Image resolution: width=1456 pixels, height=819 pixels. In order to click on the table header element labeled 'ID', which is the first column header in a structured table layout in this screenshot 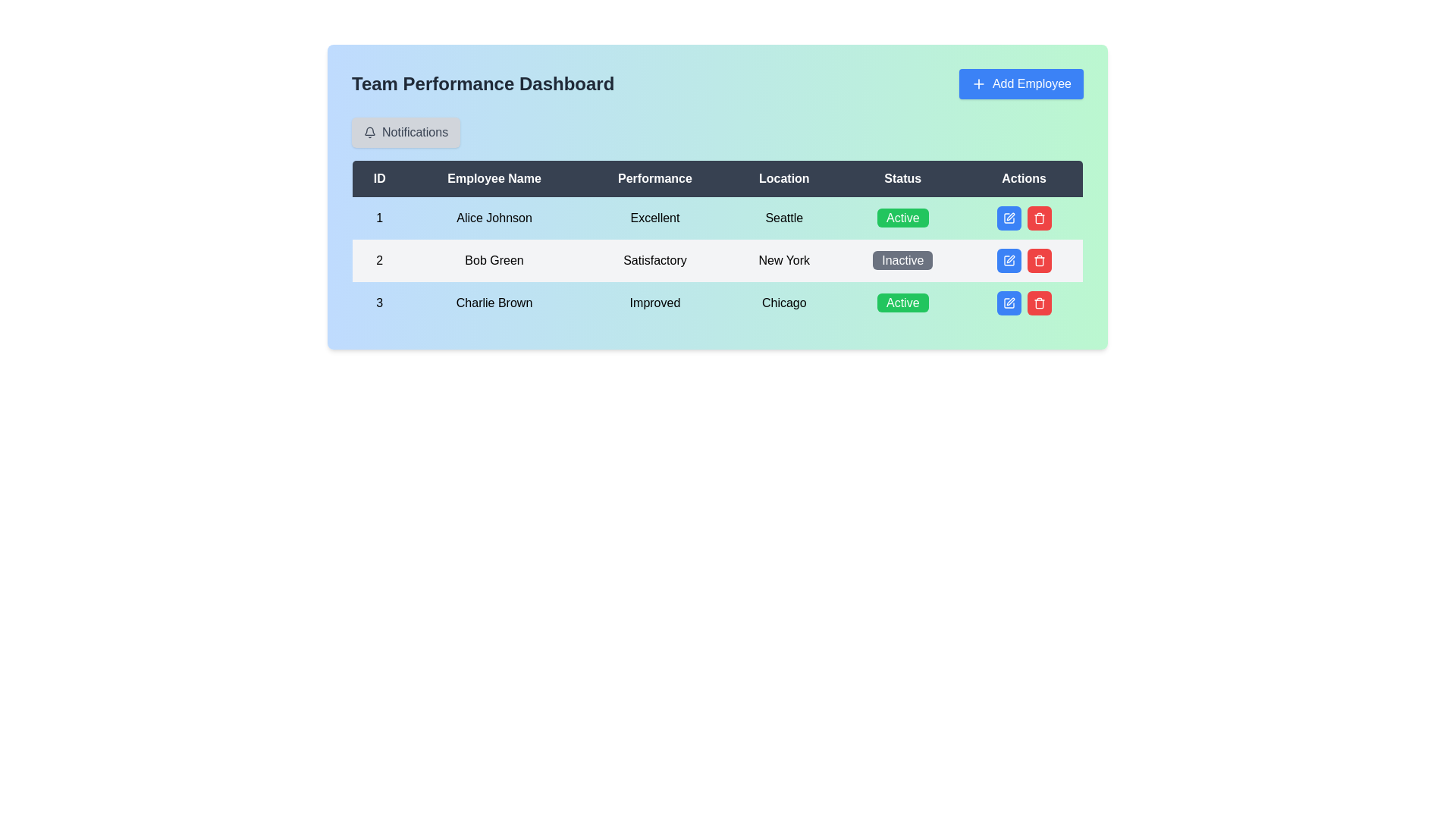, I will do `click(379, 177)`.